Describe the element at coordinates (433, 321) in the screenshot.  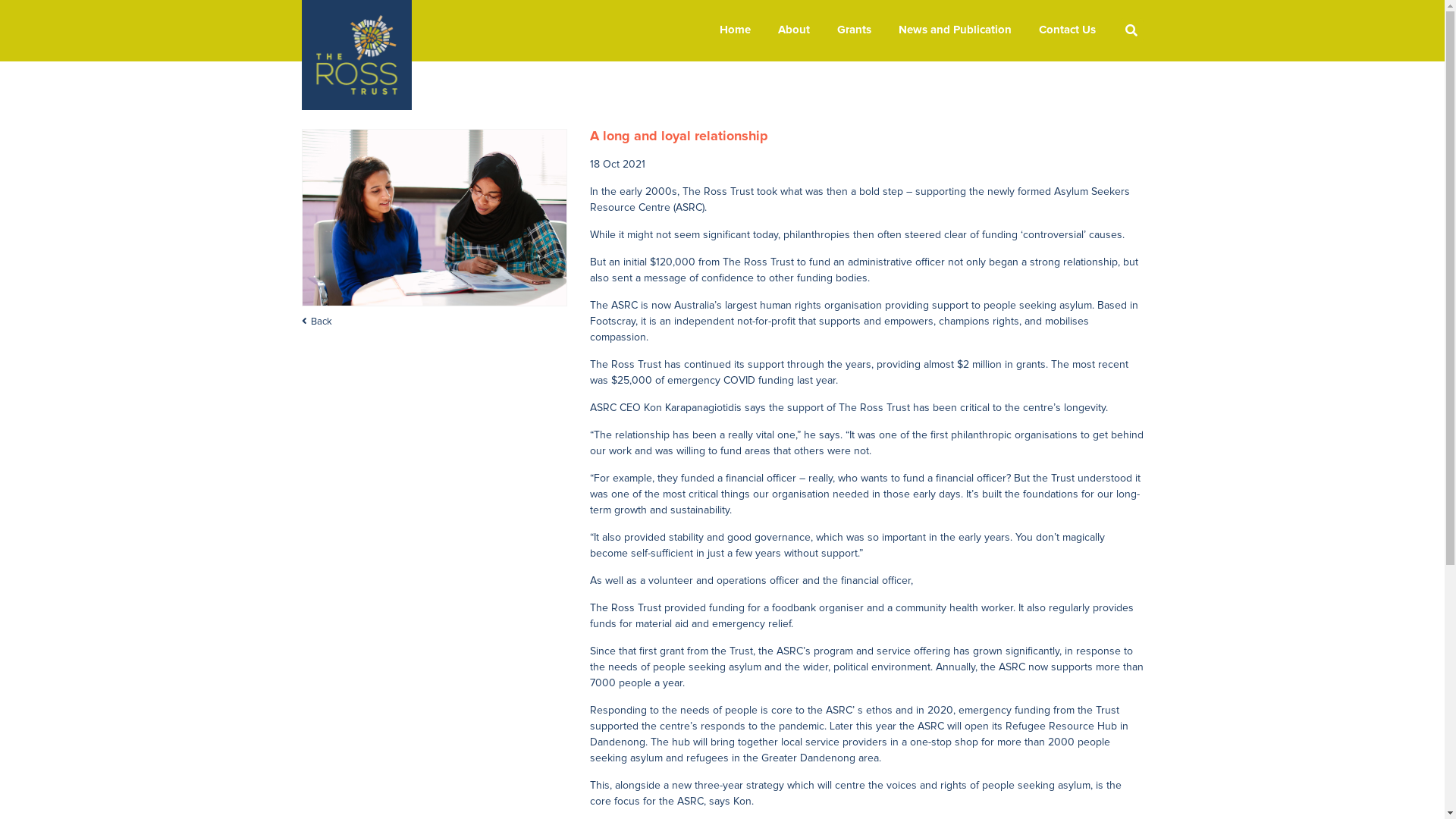
I see `'Back'` at that location.